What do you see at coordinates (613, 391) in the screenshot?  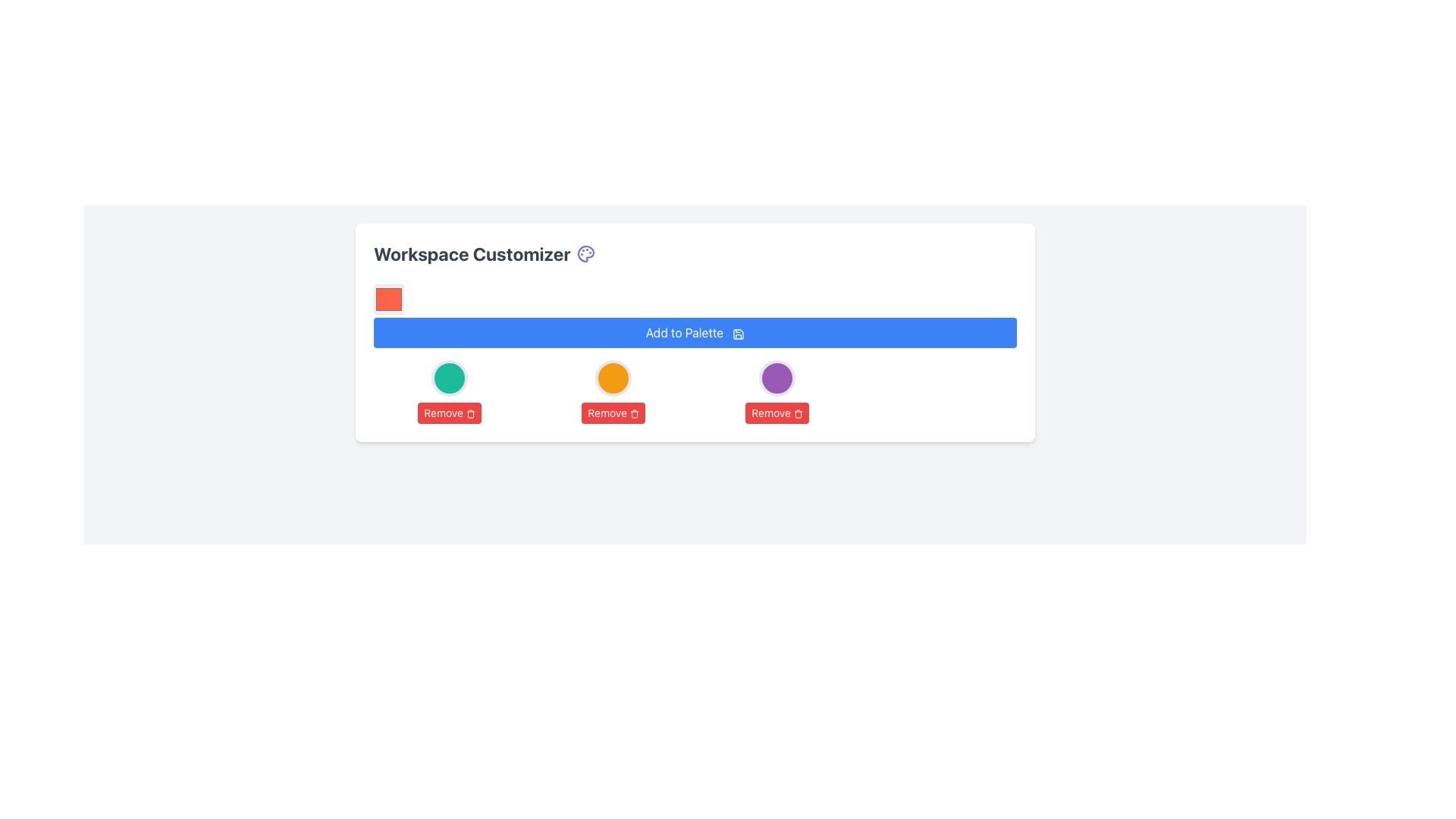 I see `the 'Remove' button with a red background and white text` at bounding box center [613, 391].